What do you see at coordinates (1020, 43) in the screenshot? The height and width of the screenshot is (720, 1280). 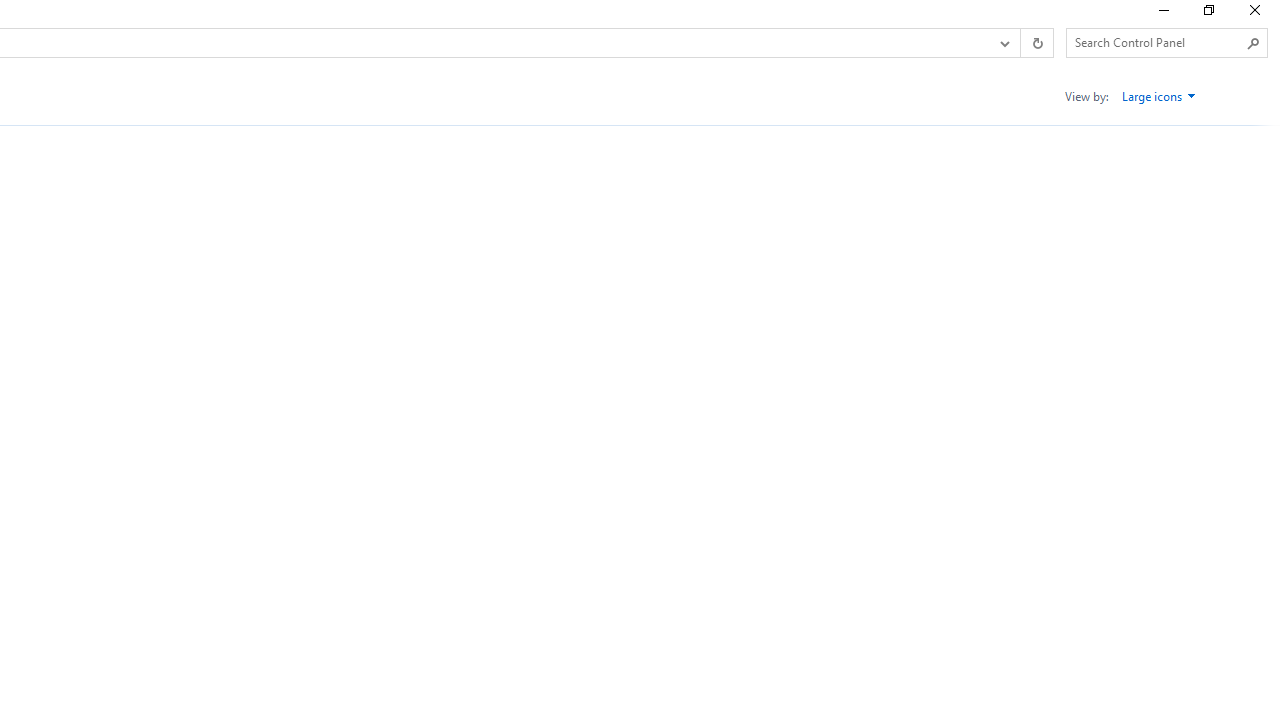 I see `'Address band toolbar'` at bounding box center [1020, 43].